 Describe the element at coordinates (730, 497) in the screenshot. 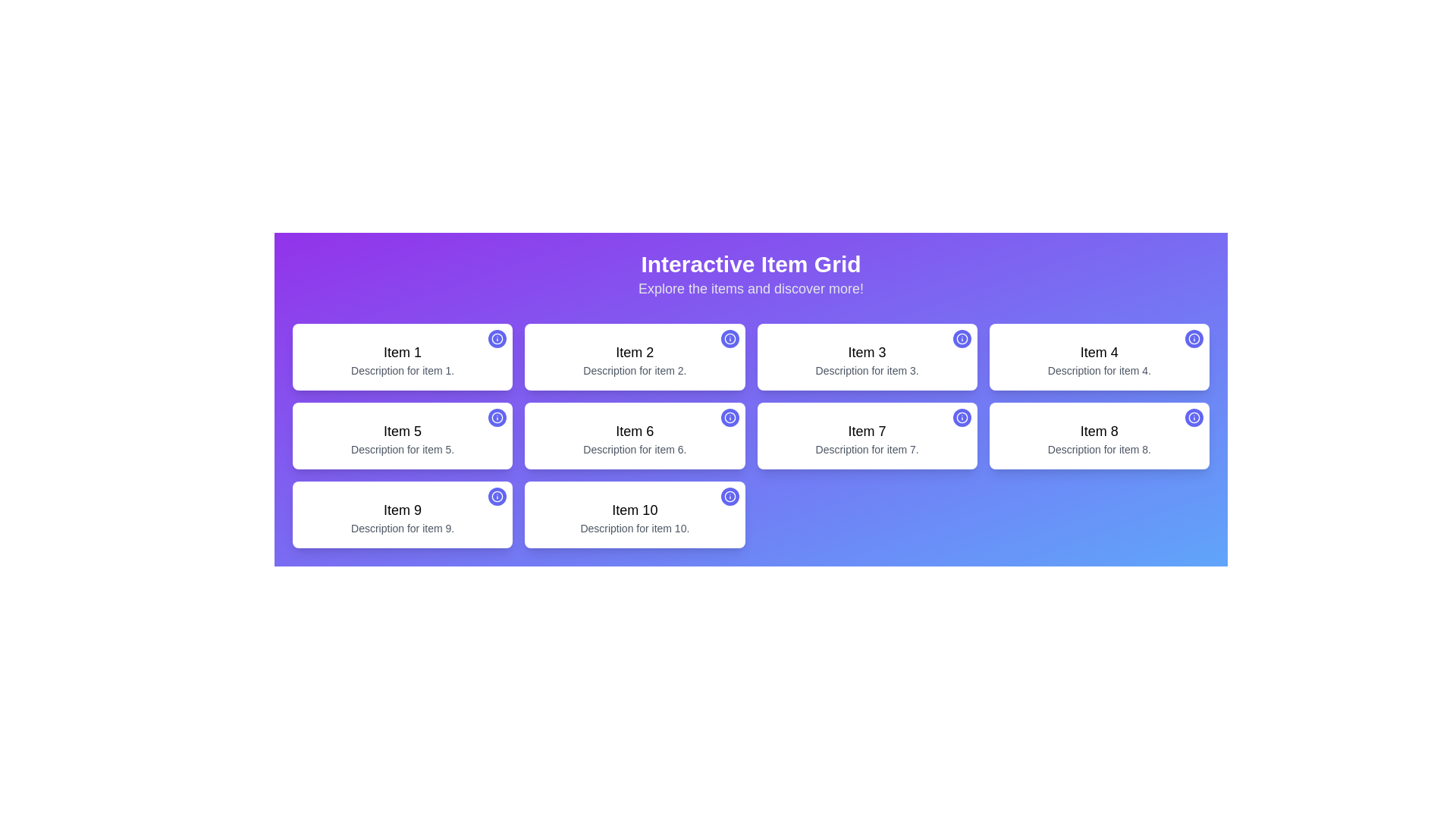

I see `the informational icon associated with 'Item 10', located on the bottom row of the interactive item grid` at that location.